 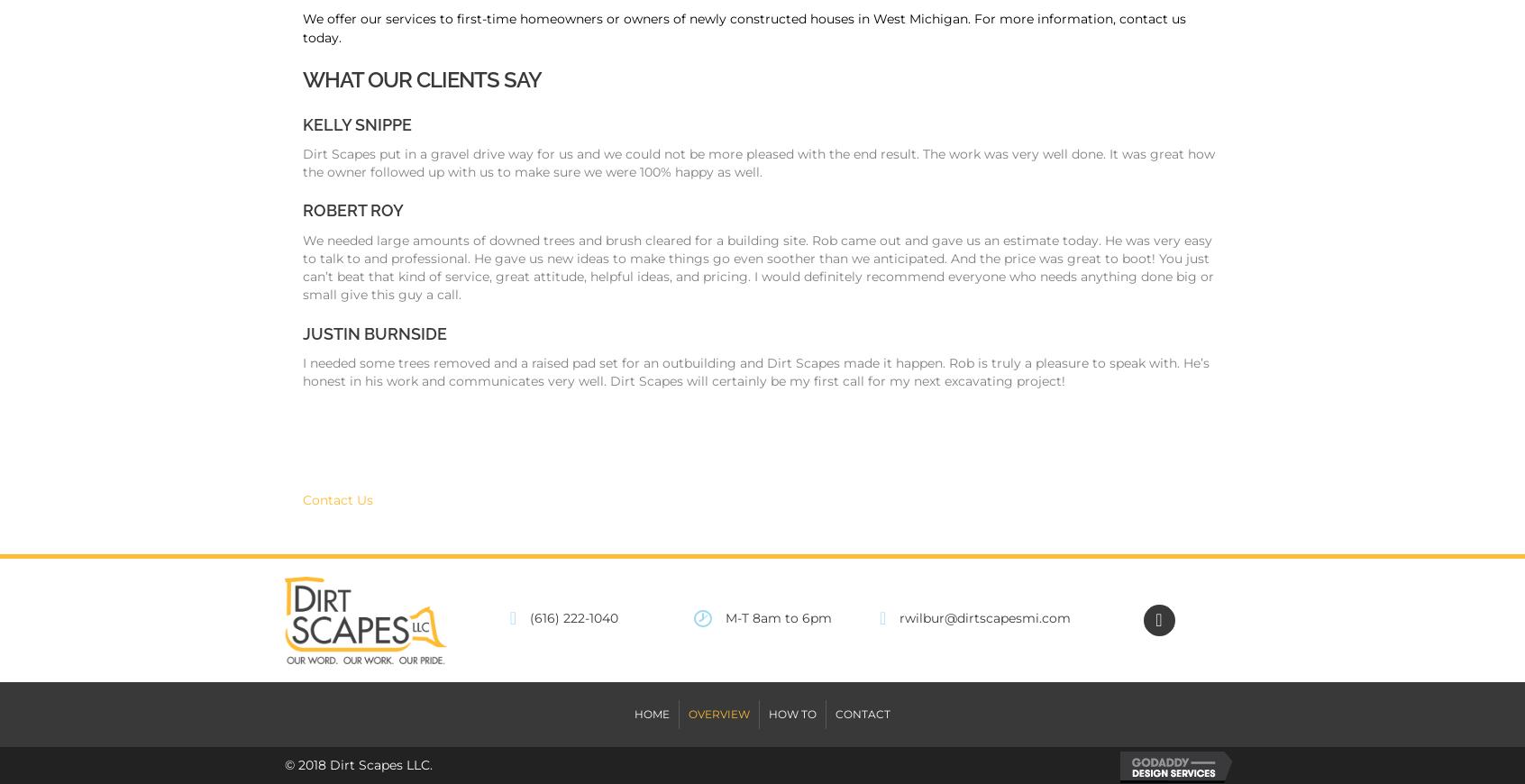 I want to click on 'Robert Roy', so click(x=353, y=210).